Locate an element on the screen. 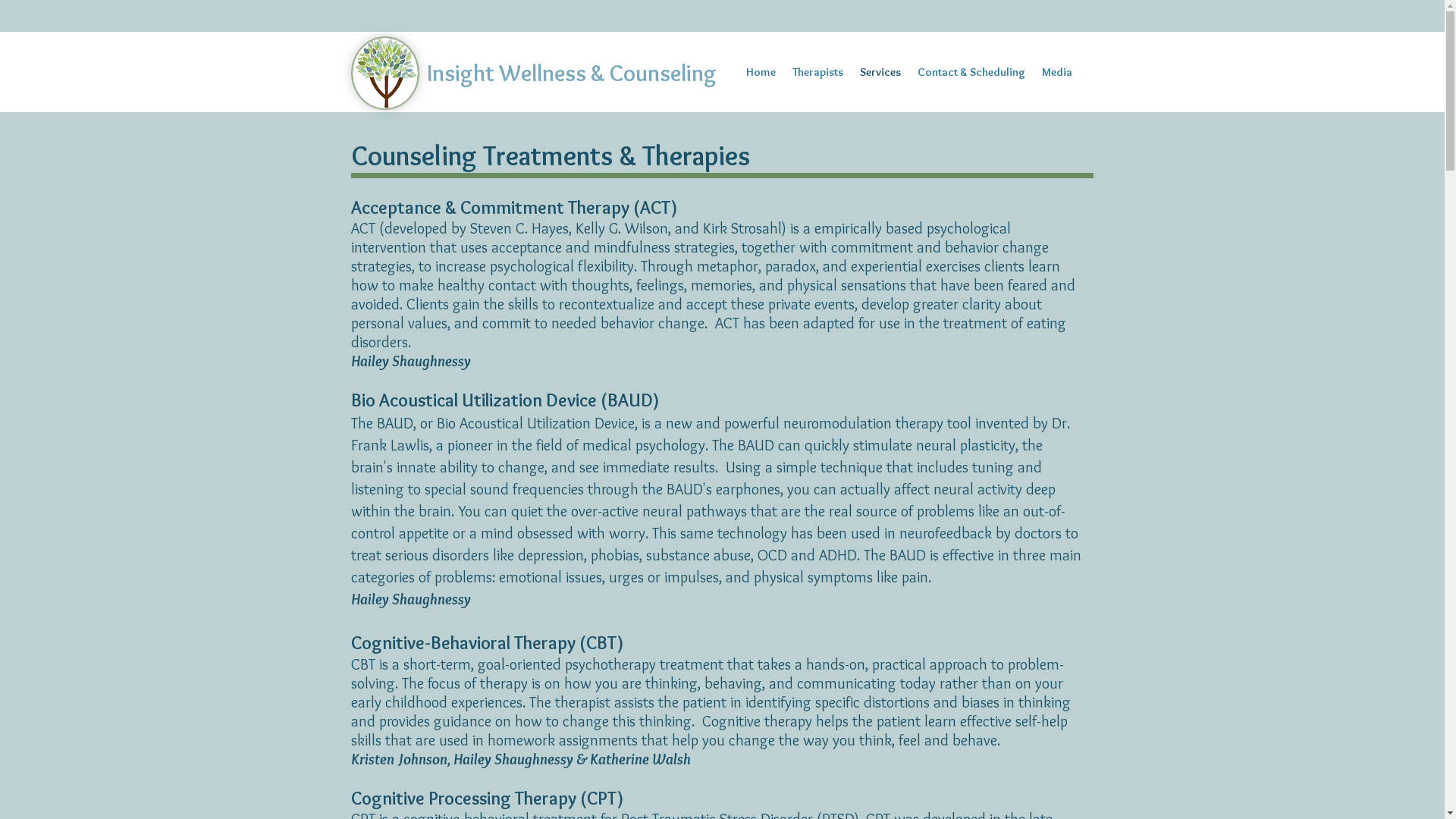  'Services' is located at coordinates (880, 72).